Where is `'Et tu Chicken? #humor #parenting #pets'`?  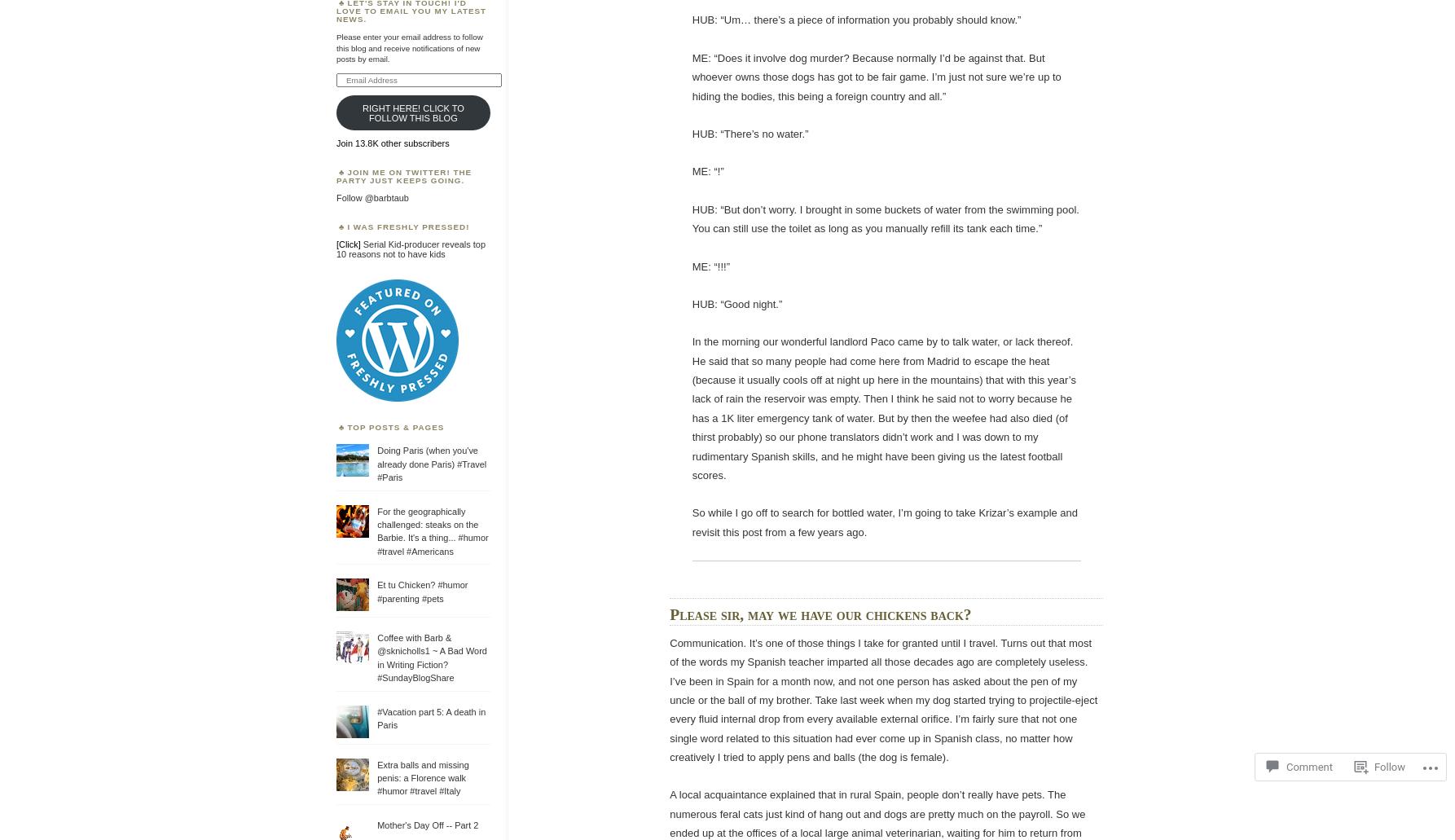 'Et tu Chicken? #humor #parenting #pets' is located at coordinates (376, 591).